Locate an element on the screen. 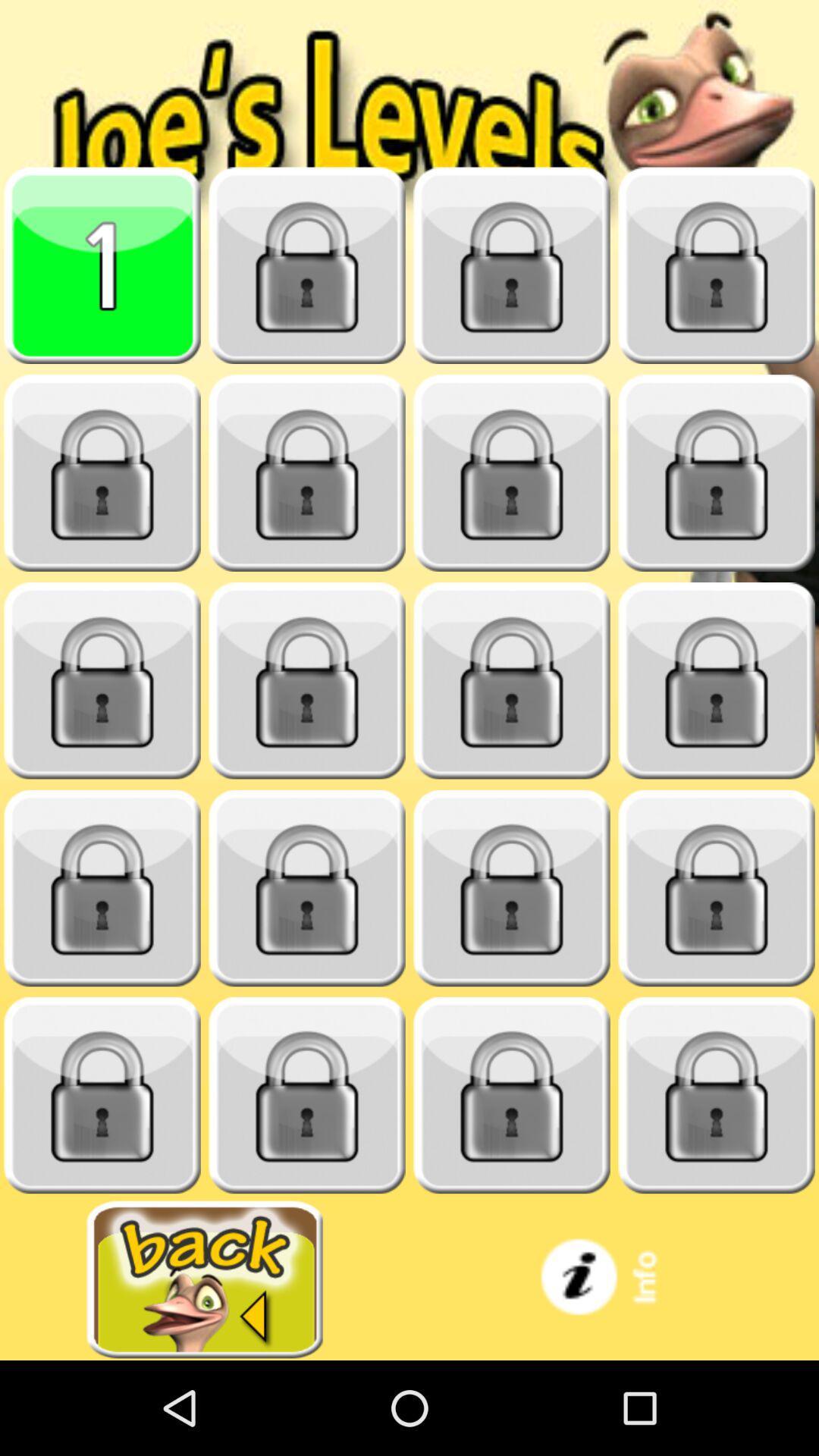  chosen level is located at coordinates (102, 265).